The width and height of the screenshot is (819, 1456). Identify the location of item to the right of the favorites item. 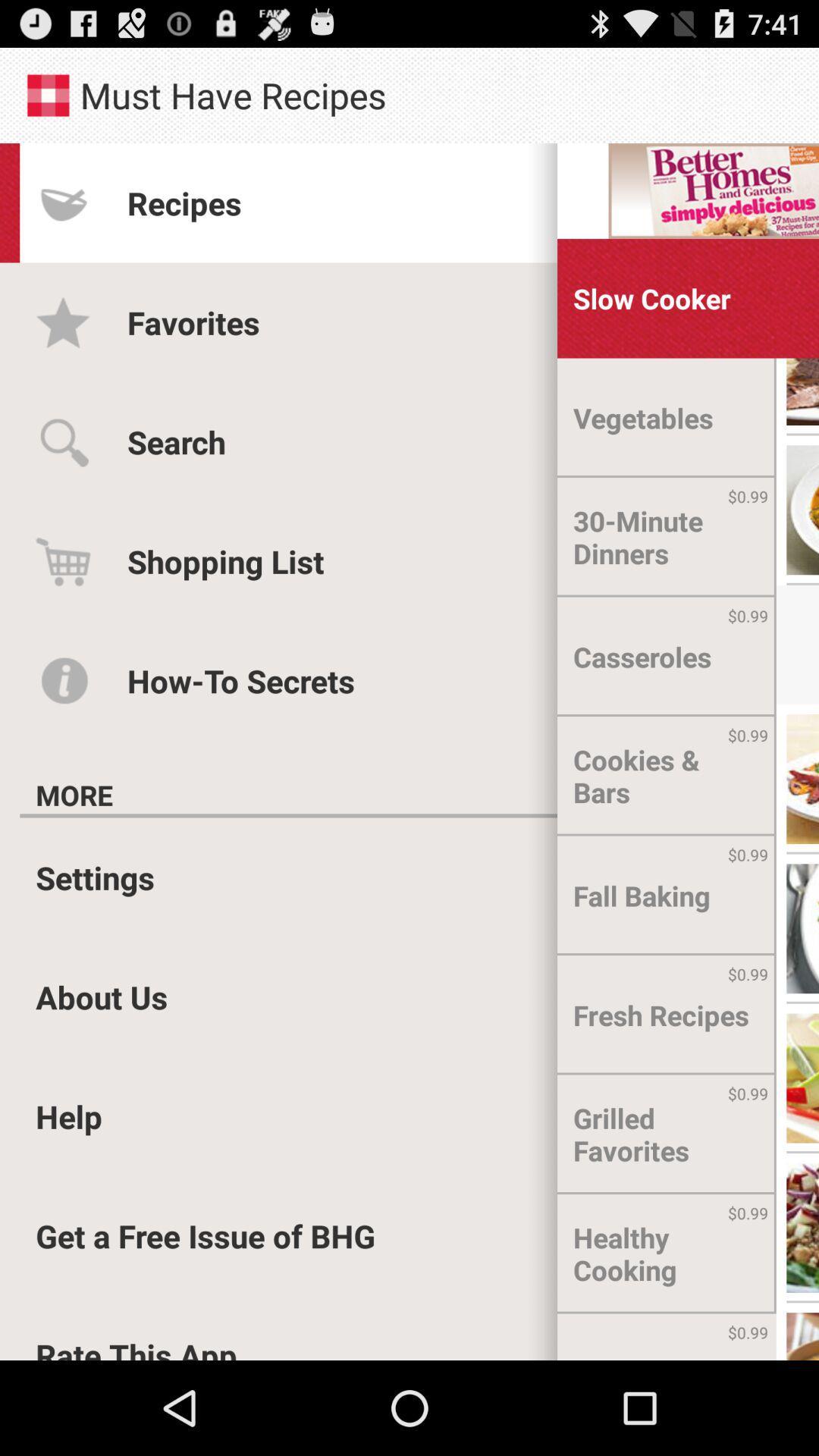
(651, 298).